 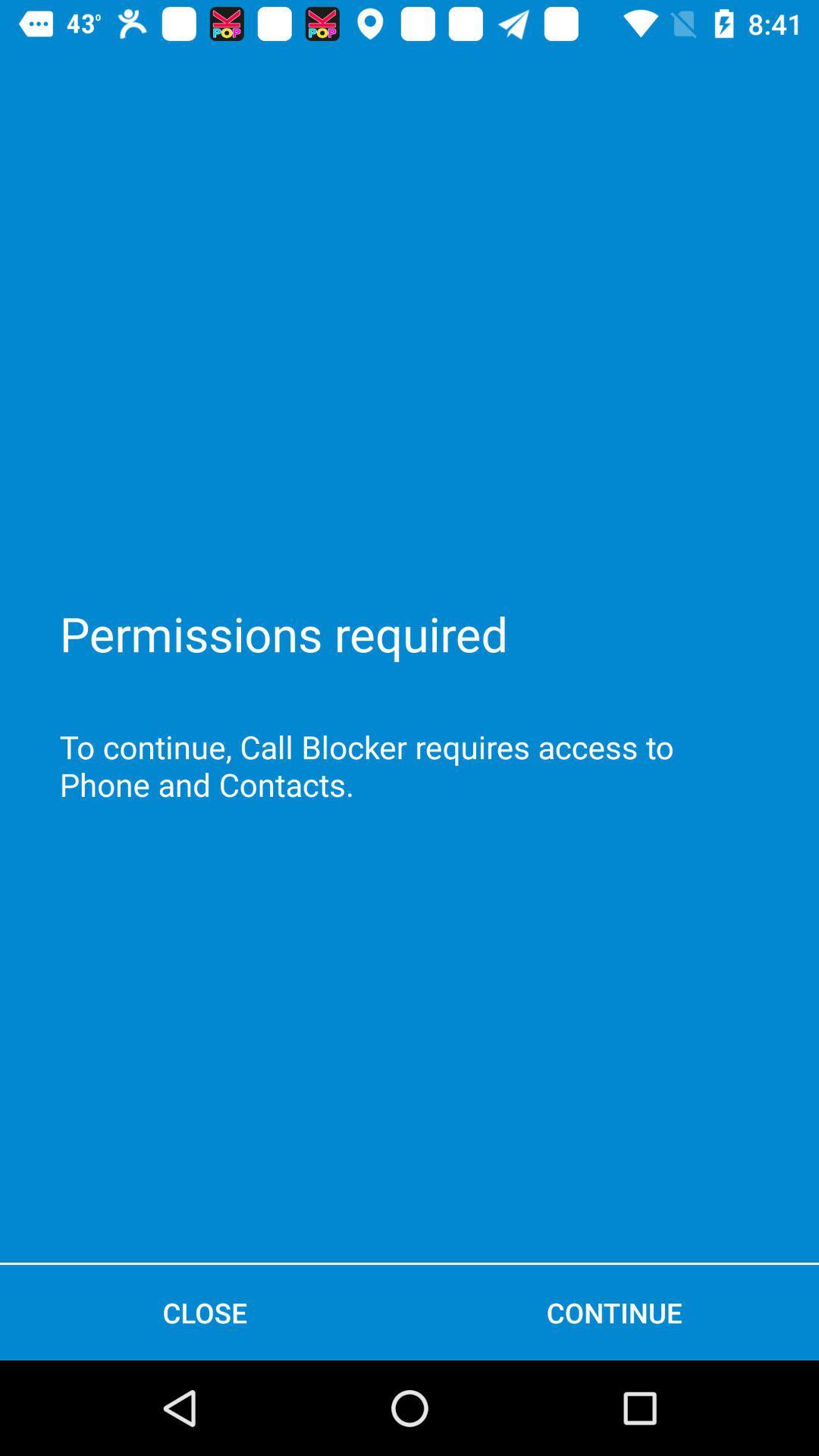 I want to click on the close at the bottom left corner, so click(x=205, y=1312).